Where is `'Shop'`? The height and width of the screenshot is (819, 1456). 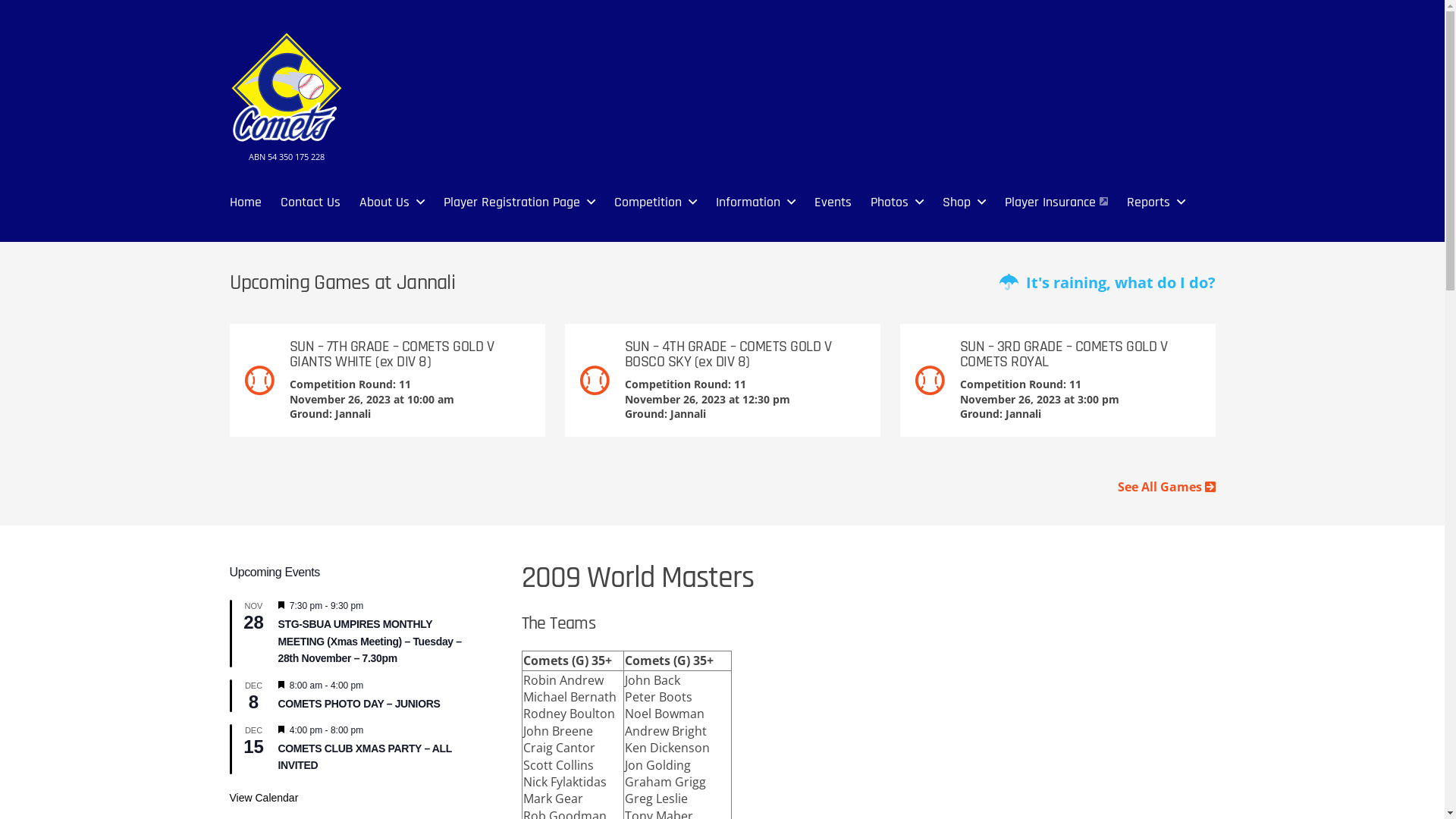
'Shop' is located at coordinates (955, 201).